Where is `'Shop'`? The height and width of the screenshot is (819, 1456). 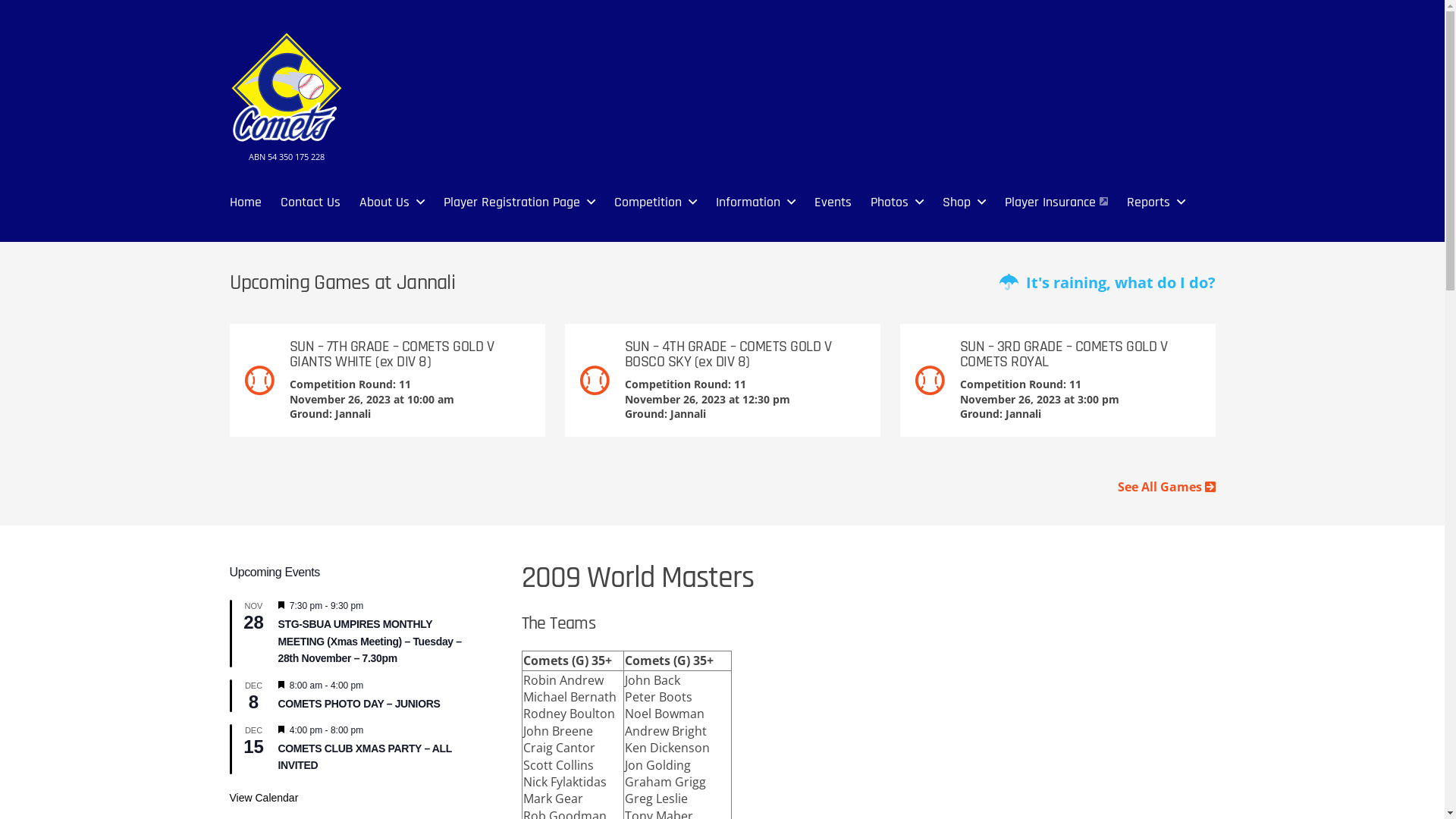
'Shop' is located at coordinates (955, 201).